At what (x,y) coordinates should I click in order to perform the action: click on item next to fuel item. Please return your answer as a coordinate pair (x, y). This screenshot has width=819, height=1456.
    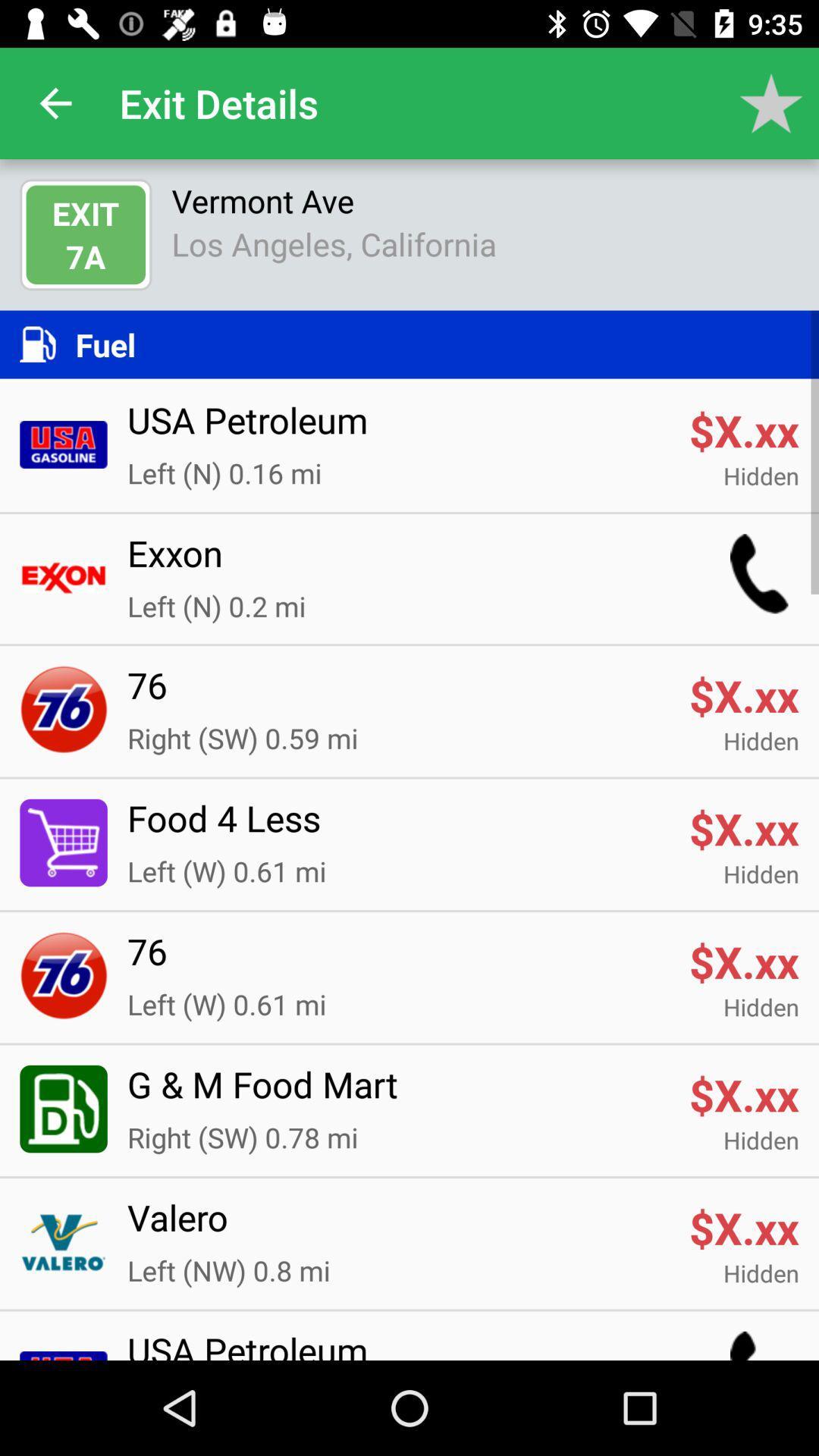
    Looking at the image, I should click on (46, 344).